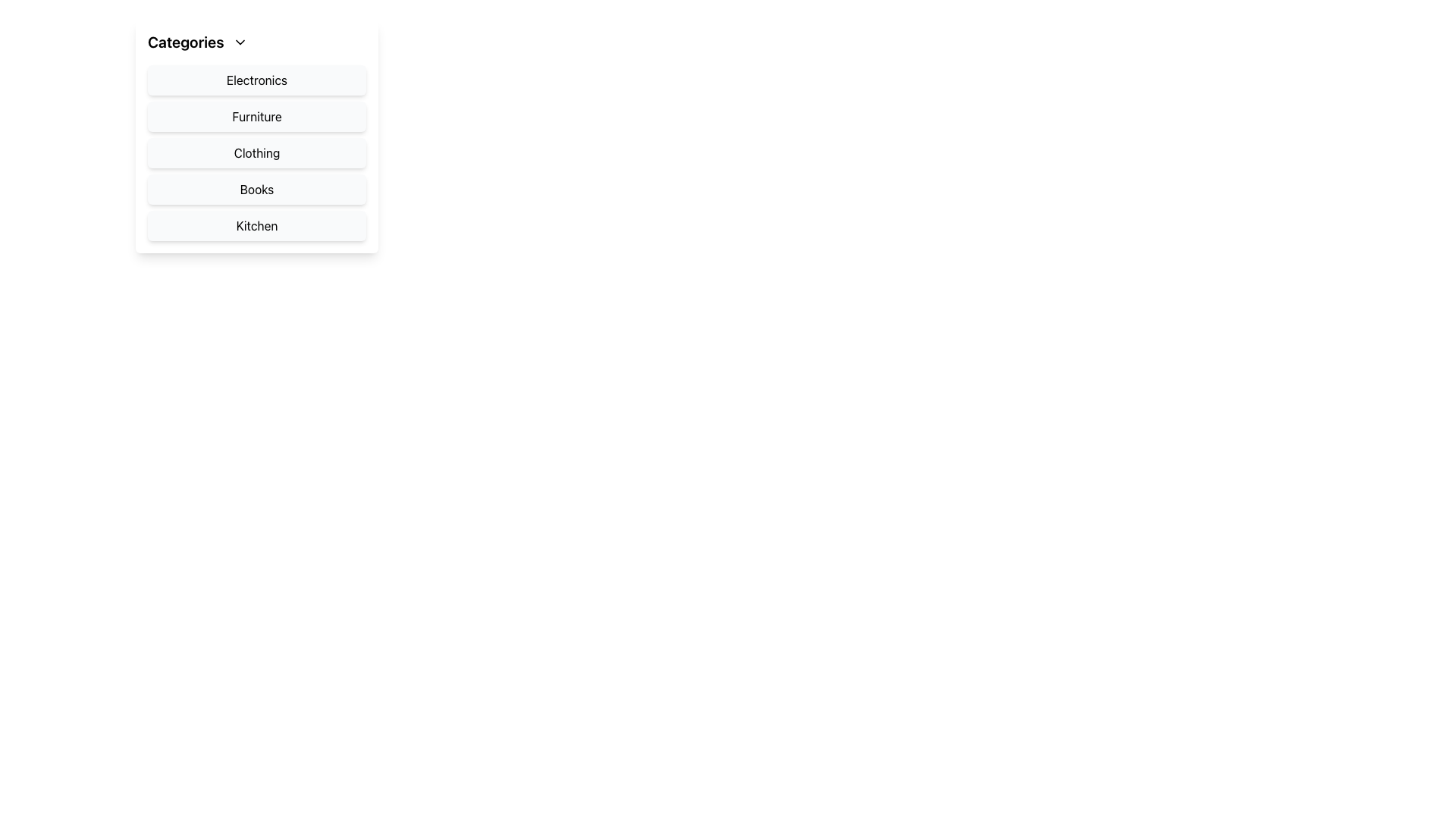 This screenshot has width=1456, height=819. I want to click on the 'Furniture' button-like clickable list item, which is the second item in a vertical list of options and has a light gray background that changes to blue upon interaction, so click(257, 116).